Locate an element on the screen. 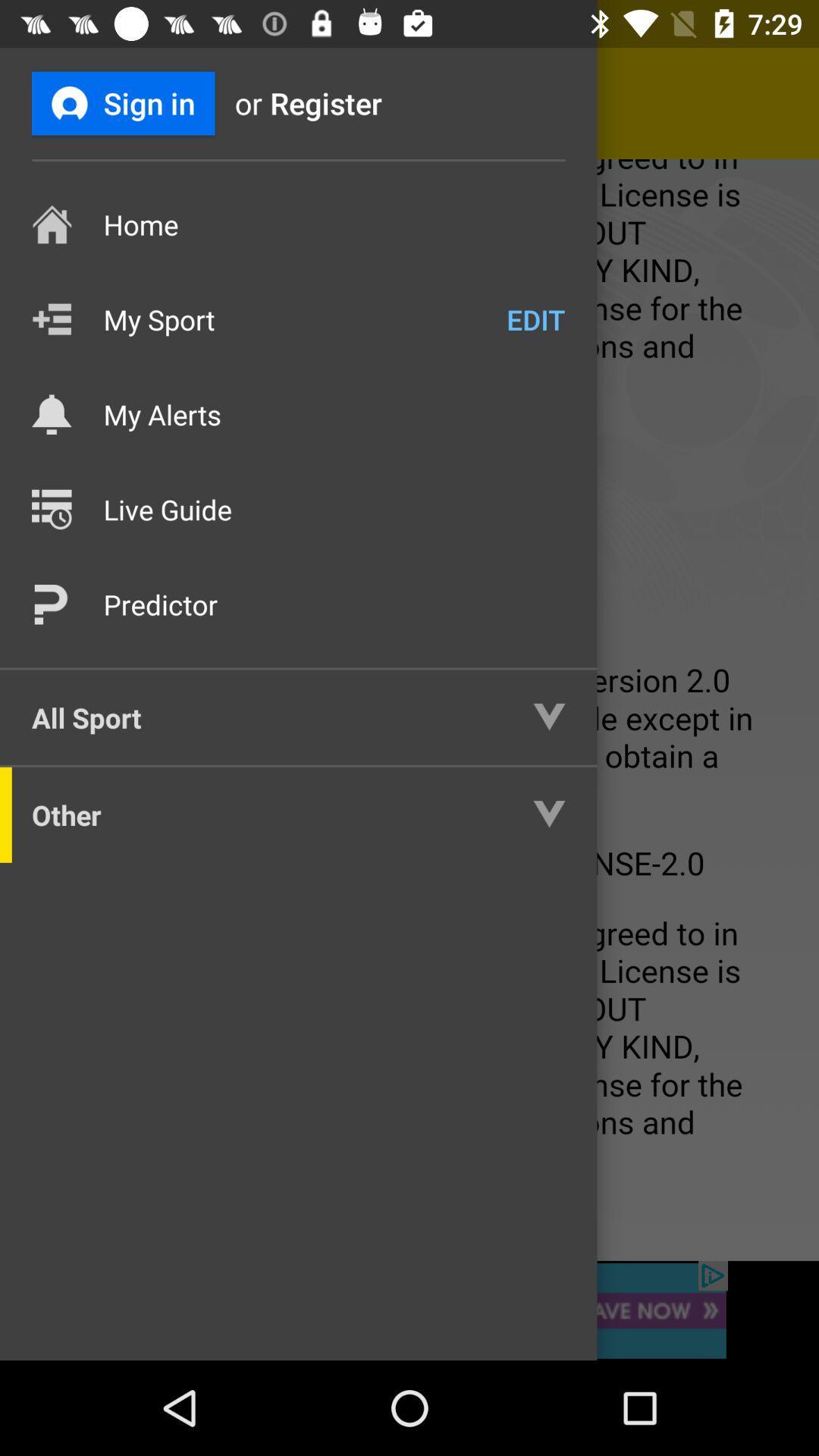 The width and height of the screenshot is (819, 1456). the edit is located at coordinates (535, 318).